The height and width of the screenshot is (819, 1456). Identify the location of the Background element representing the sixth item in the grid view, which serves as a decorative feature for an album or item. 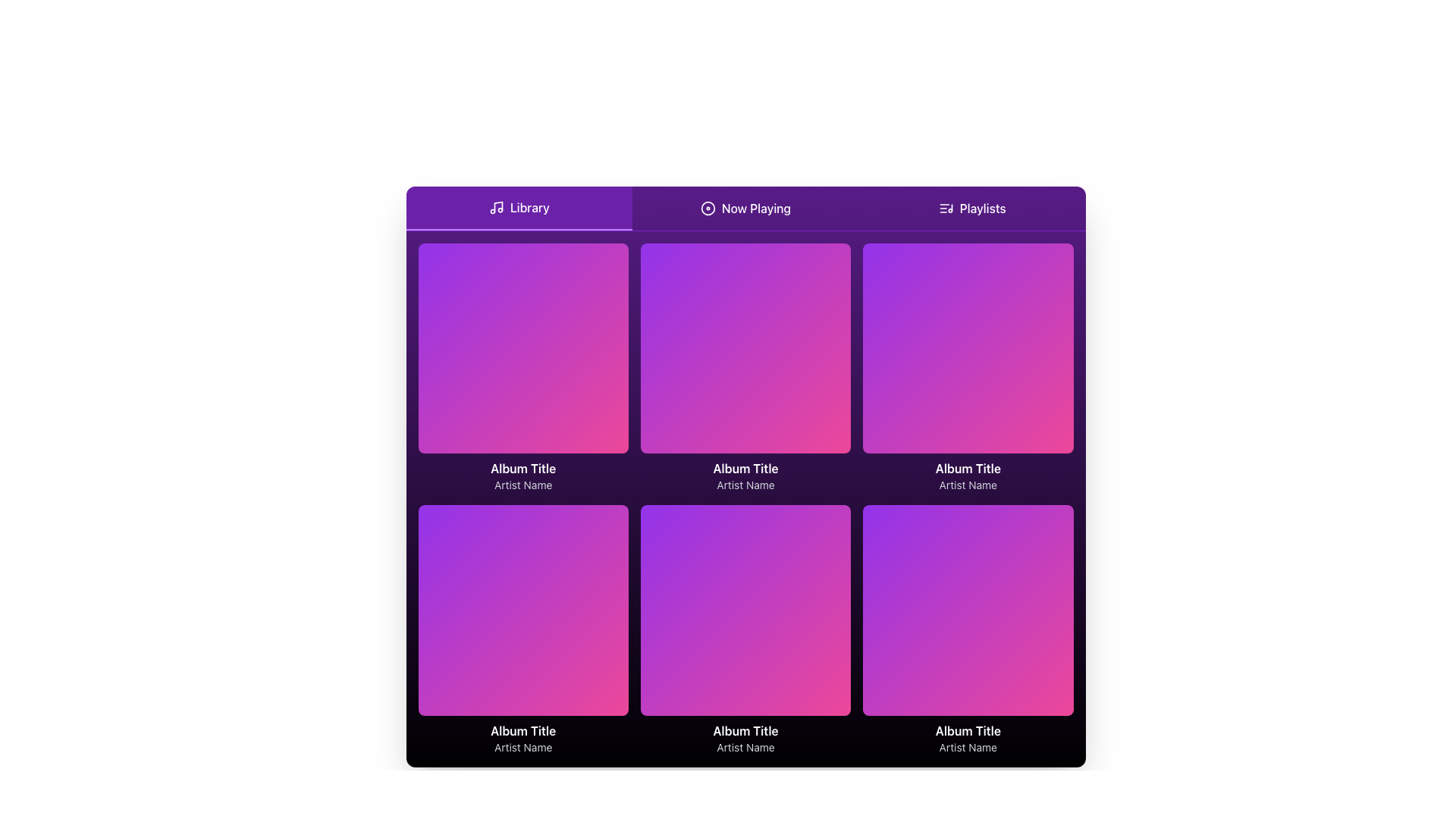
(745, 610).